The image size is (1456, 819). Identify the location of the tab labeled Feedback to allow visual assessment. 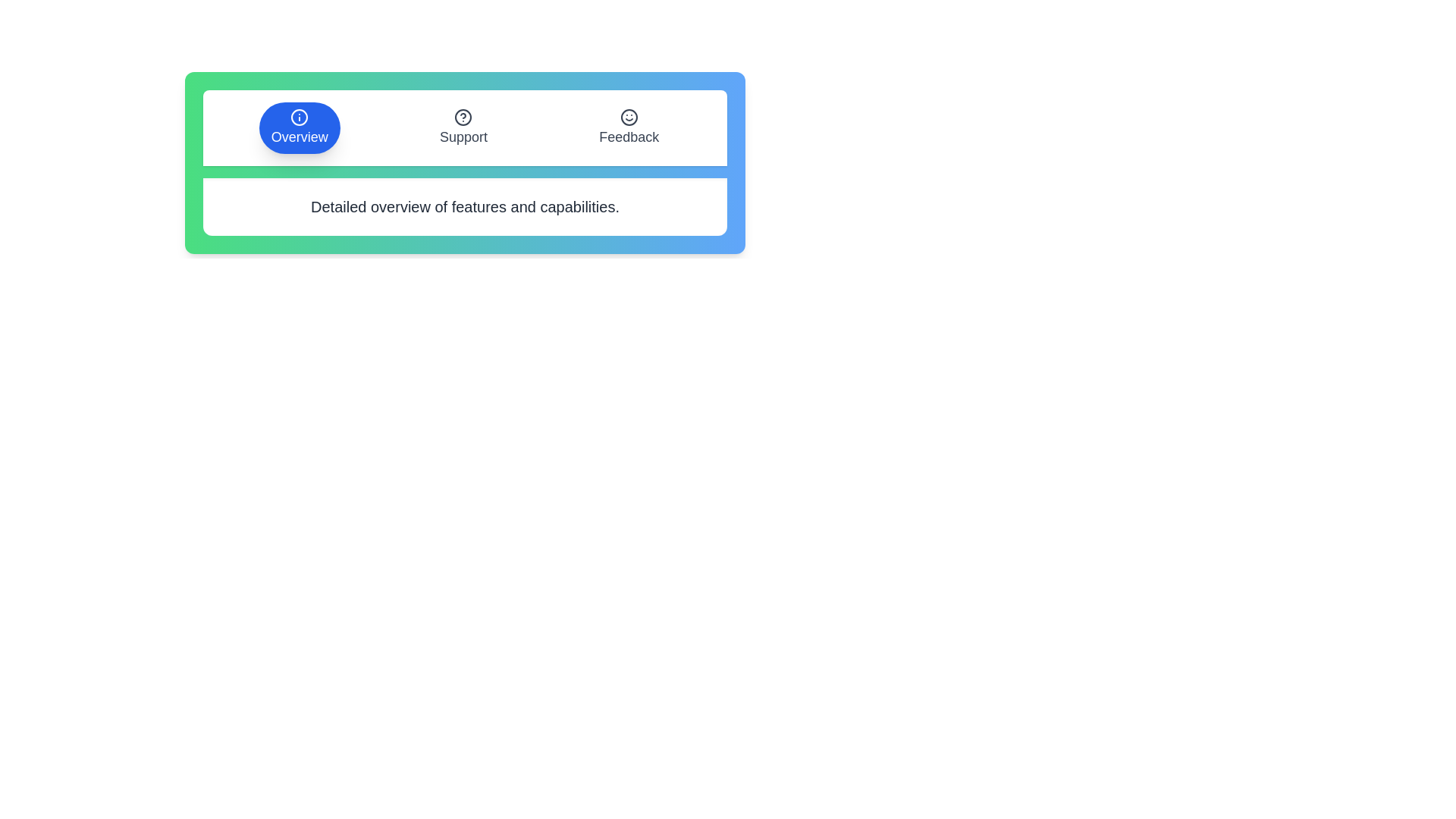
(629, 127).